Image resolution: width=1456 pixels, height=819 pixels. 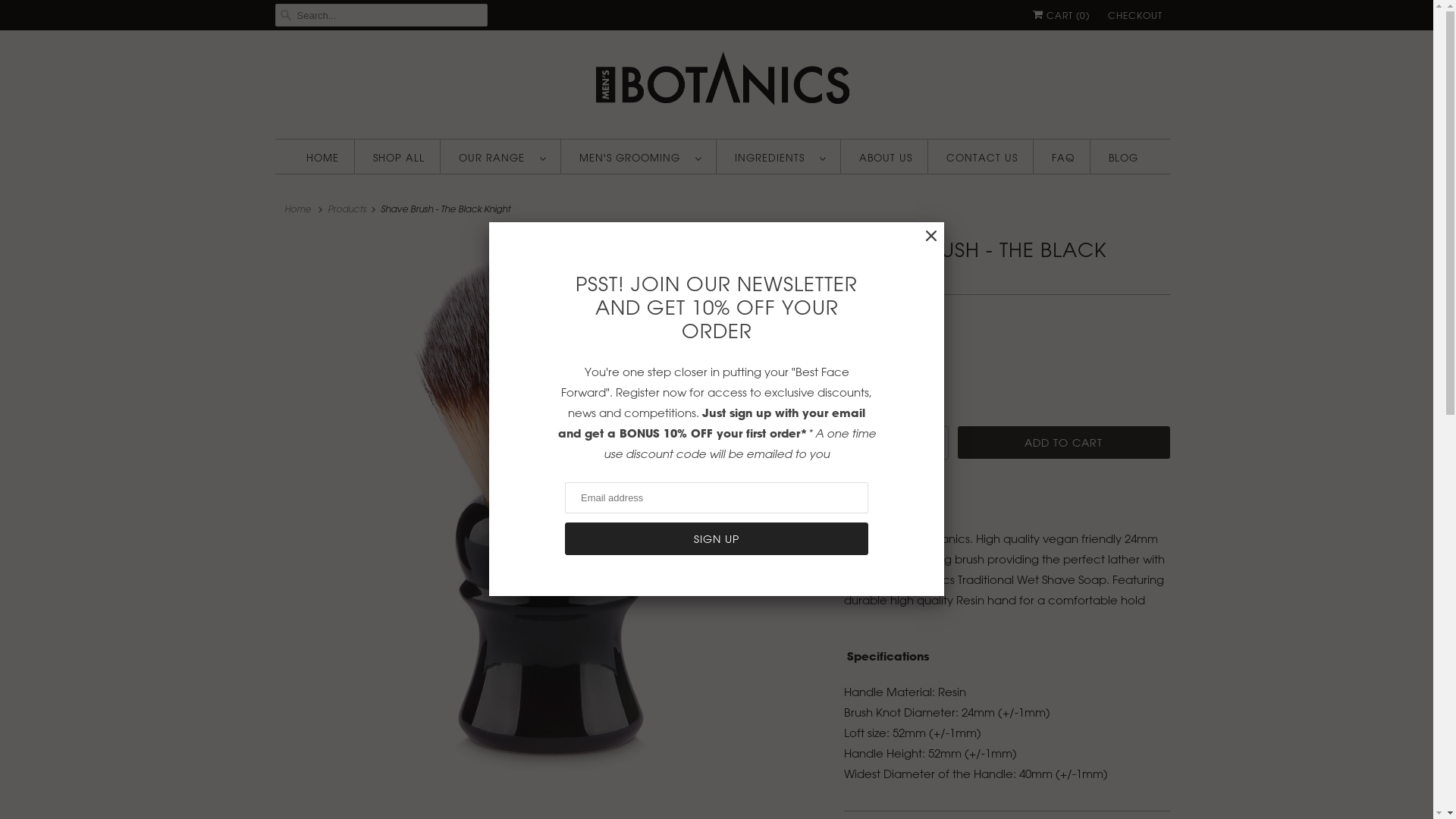 What do you see at coordinates (930, 236) in the screenshot?
I see `'Close'` at bounding box center [930, 236].